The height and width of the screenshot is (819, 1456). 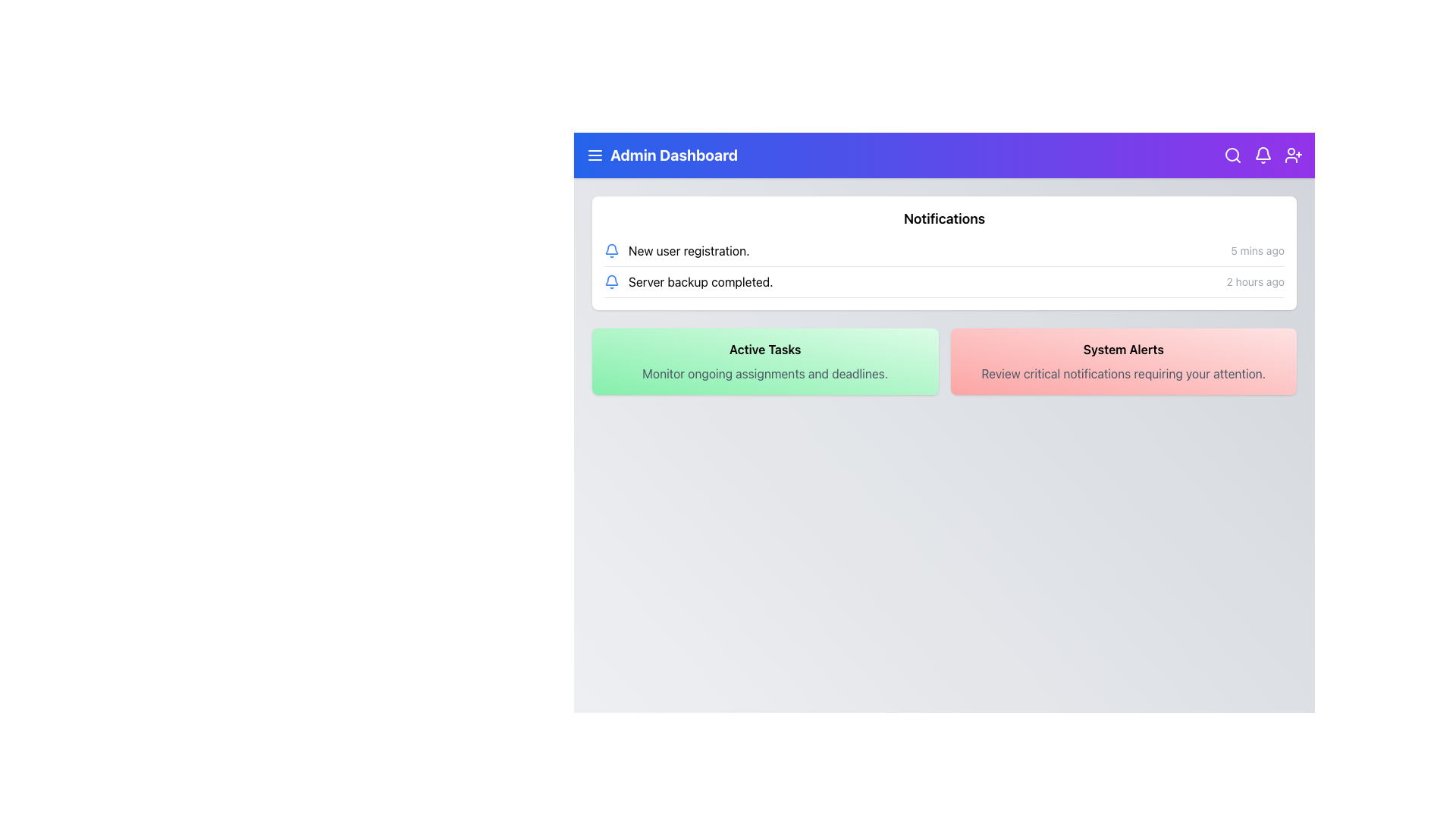 I want to click on the central circular part of the magnifying glass icon located in the top-right corner of the interface, so click(x=1232, y=155).